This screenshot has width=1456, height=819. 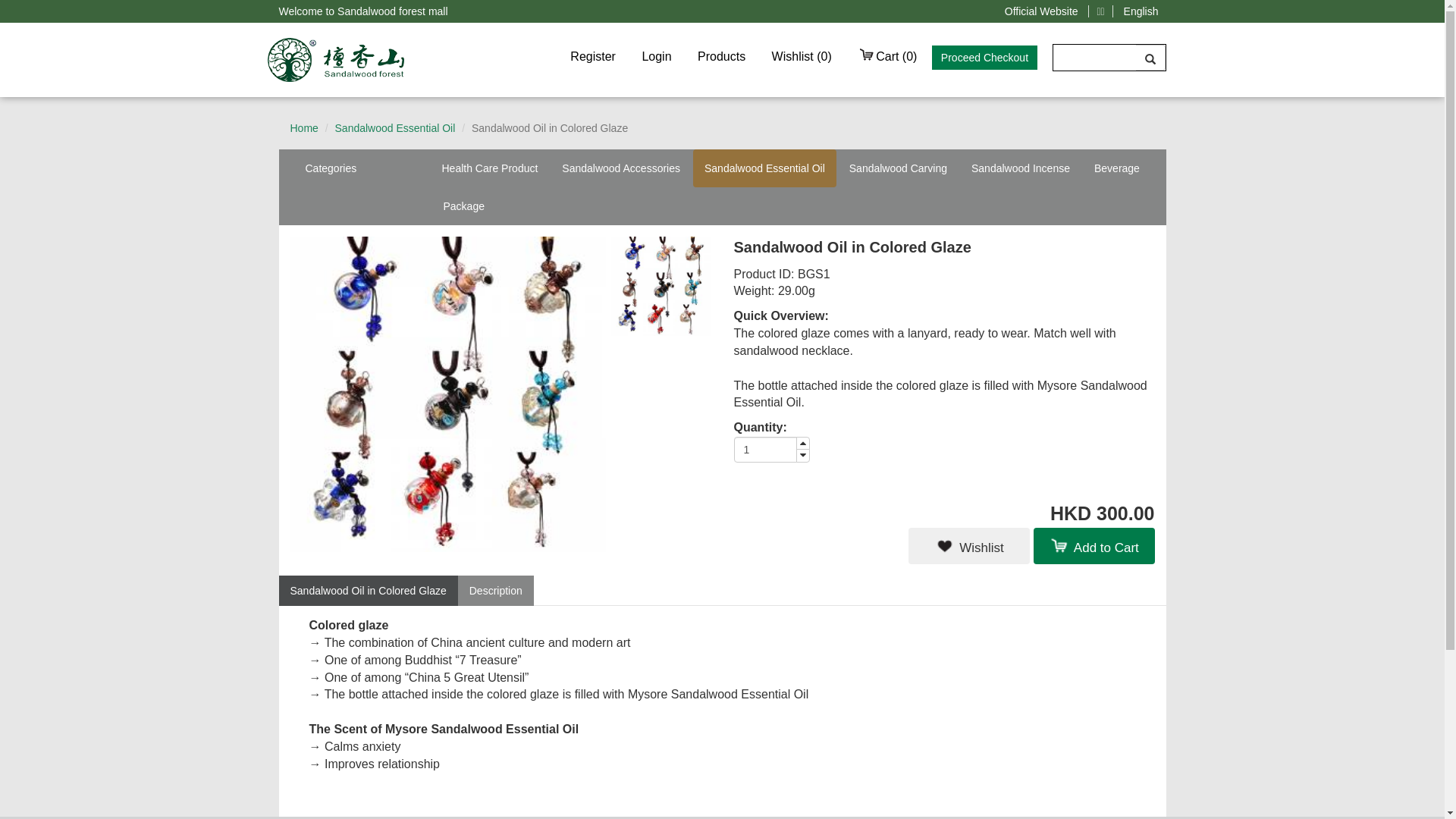 I want to click on 'Register', so click(x=592, y=55).